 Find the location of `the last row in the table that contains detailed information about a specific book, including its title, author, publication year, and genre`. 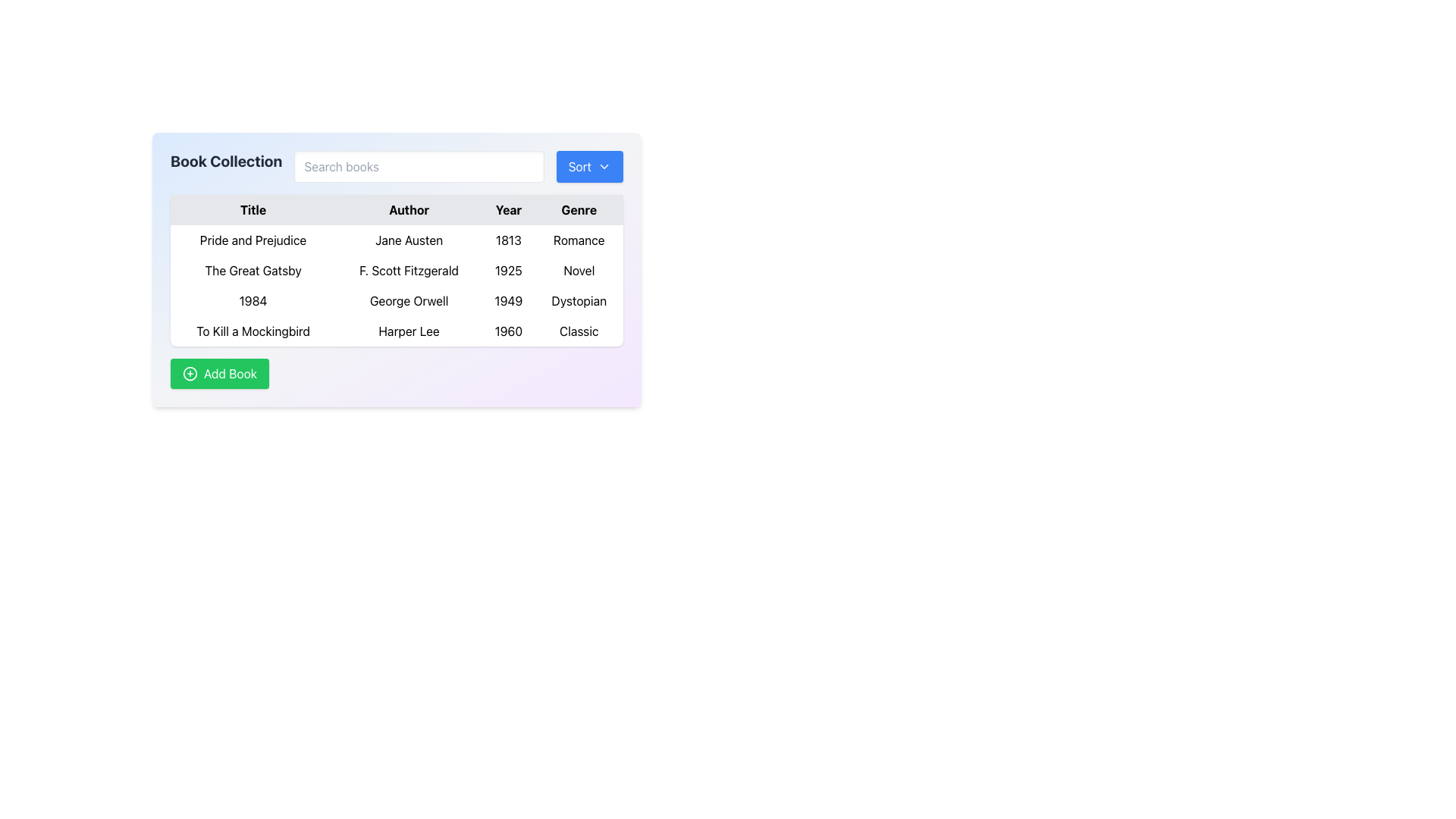

the last row in the table that contains detailed information about a specific book, including its title, author, publication year, and genre is located at coordinates (397, 330).